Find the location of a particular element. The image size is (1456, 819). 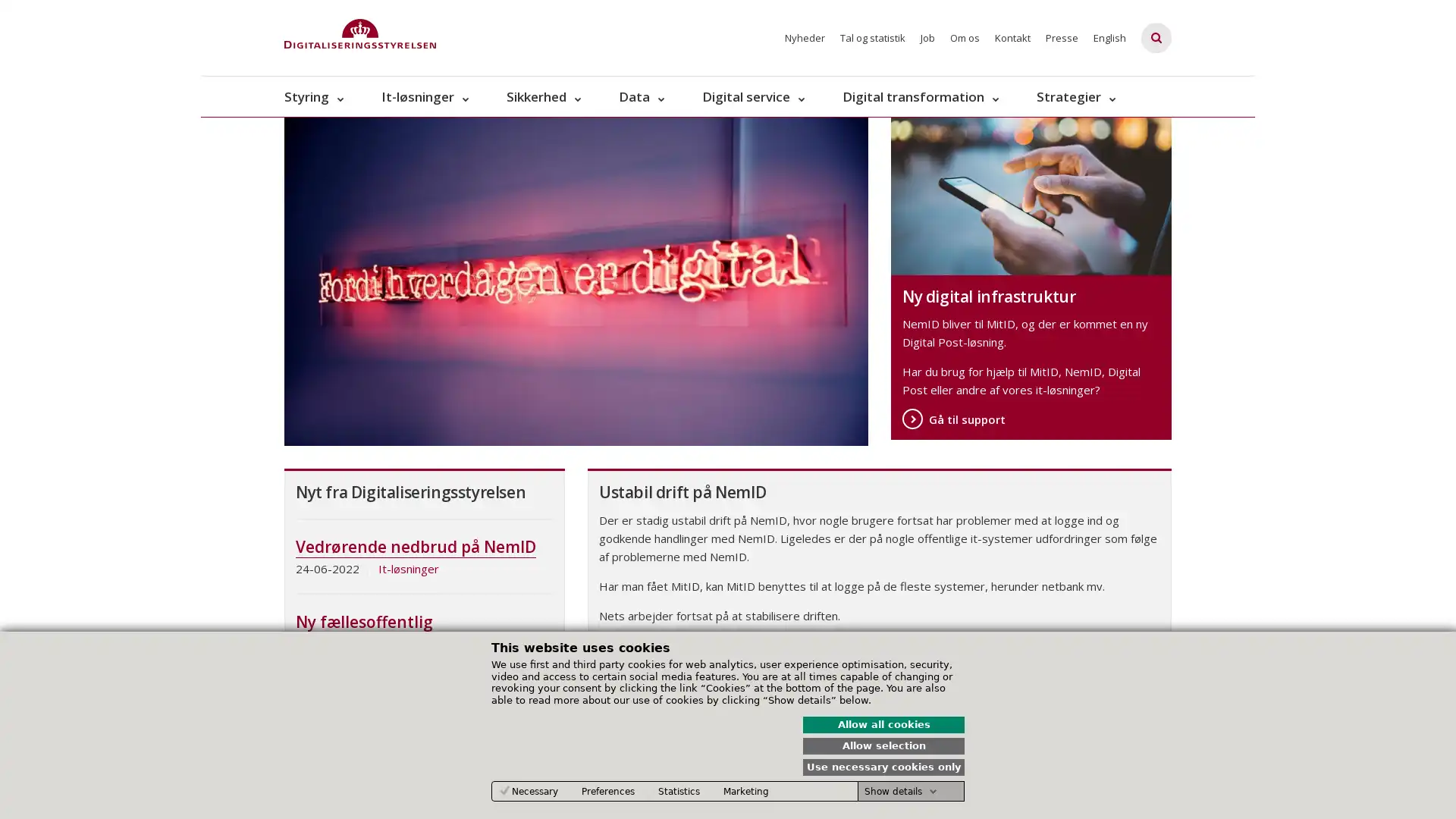

Digital service - flere links is located at coordinates (800, 97).